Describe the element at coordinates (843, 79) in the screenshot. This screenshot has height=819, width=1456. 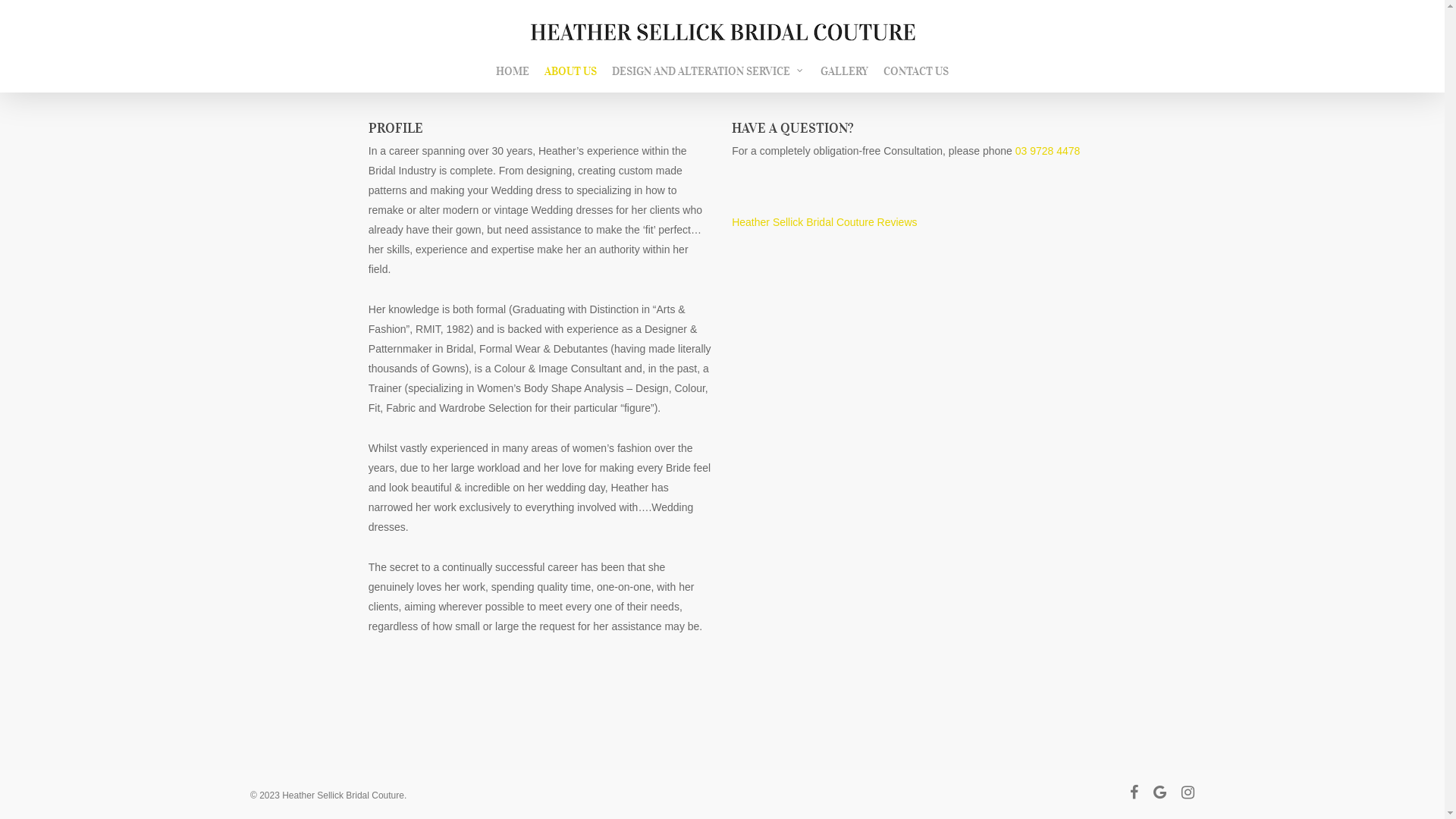
I see `'GALLERY'` at that location.